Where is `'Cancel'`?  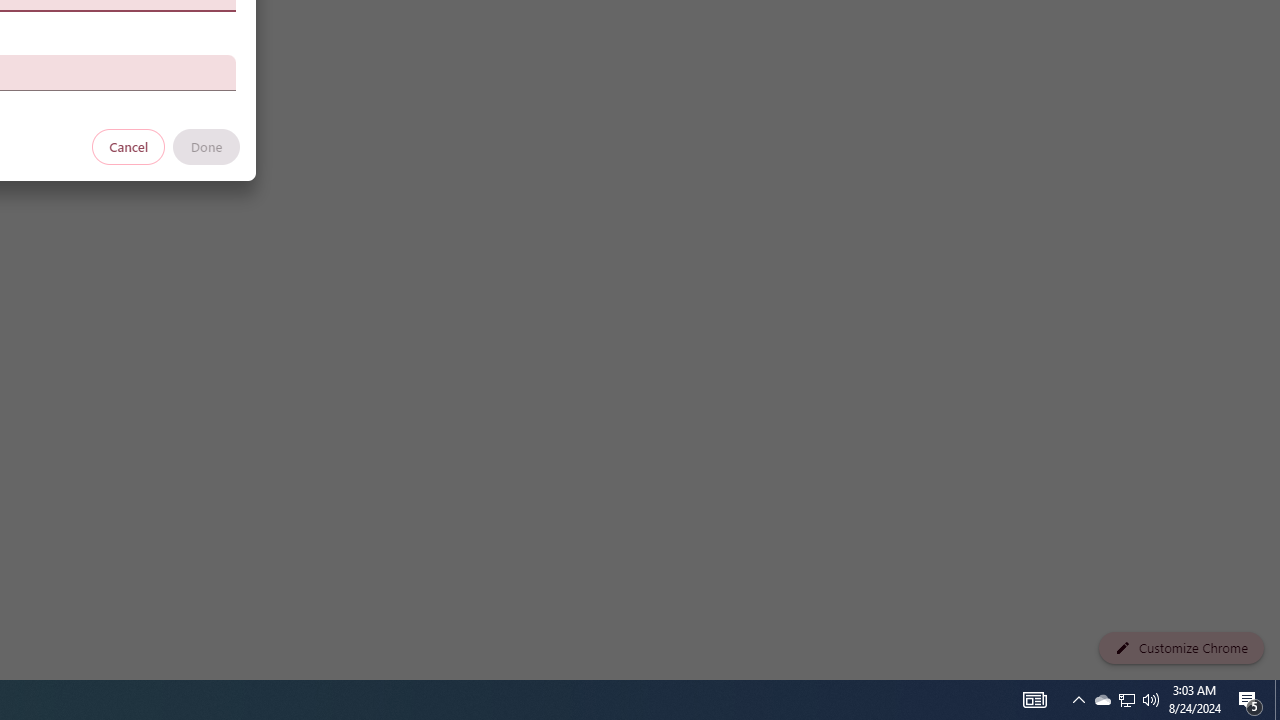
'Cancel' is located at coordinates (128, 145).